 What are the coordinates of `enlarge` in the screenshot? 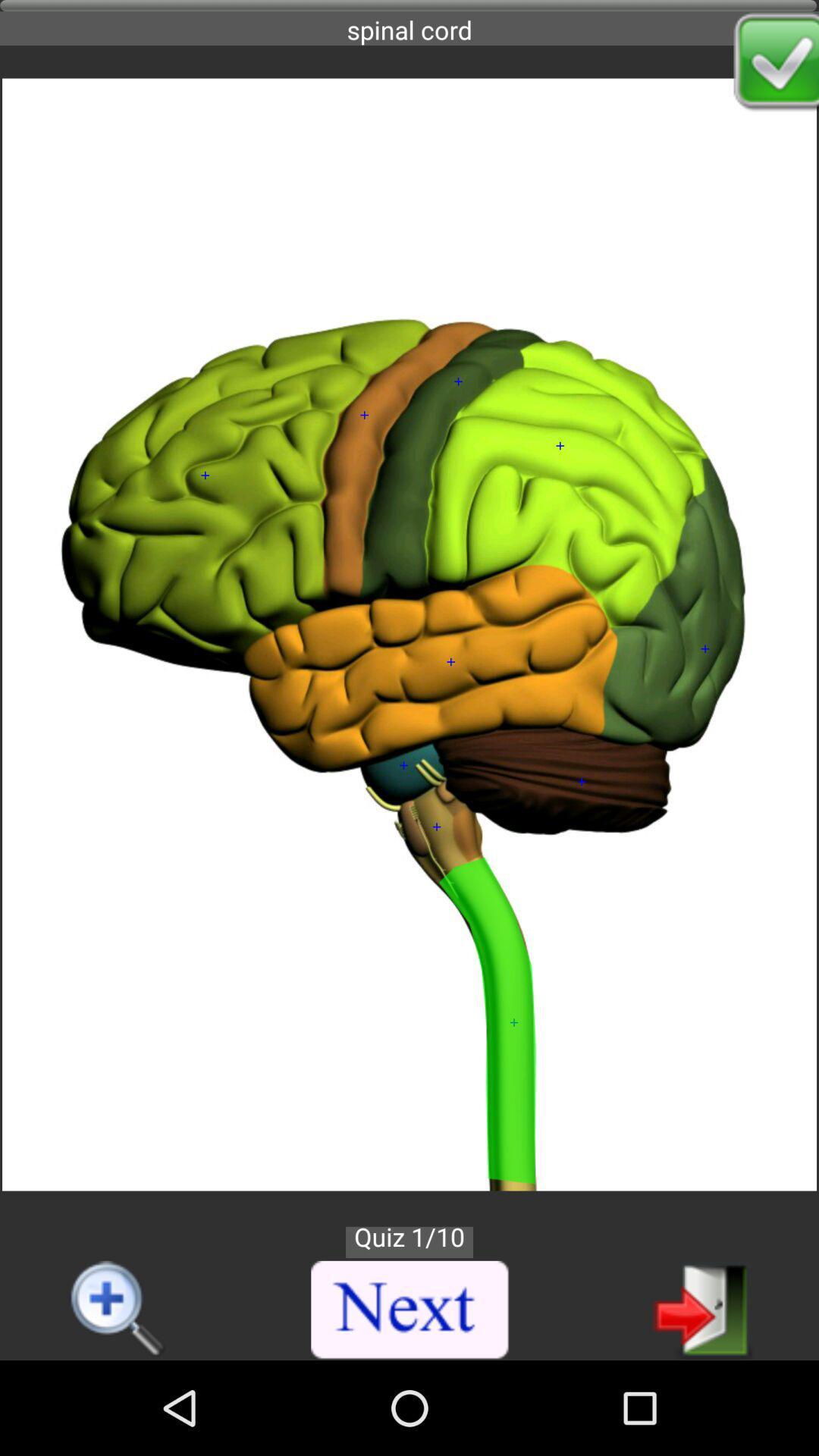 It's located at (118, 1310).